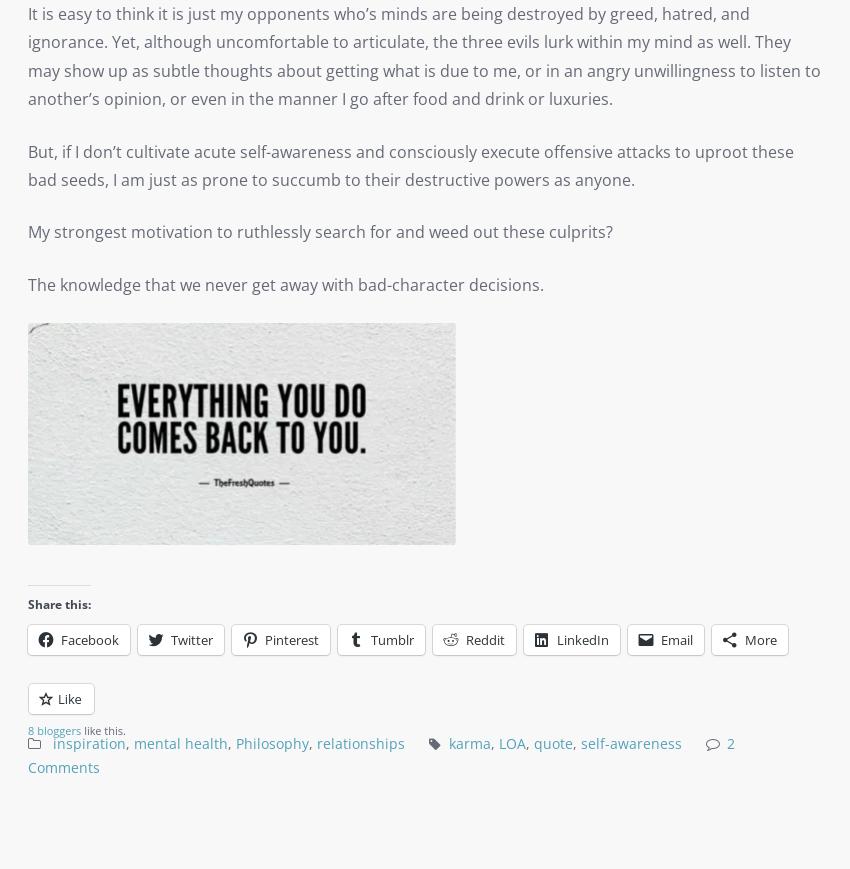  Describe the element at coordinates (285, 282) in the screenshot. I see `'The knowledge that we never get away with bad-character decisions.'` at that location.